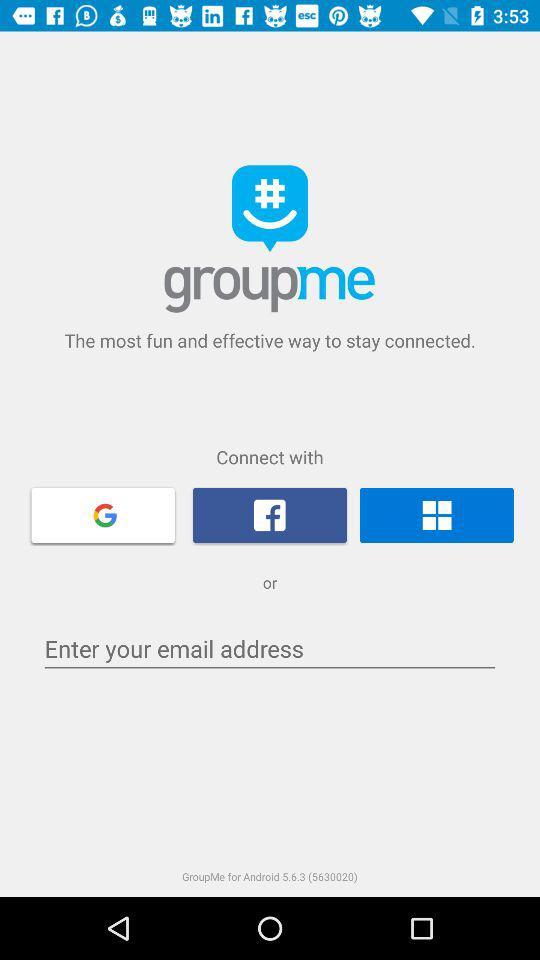  Describe the element at coordinates (270, 648) in the screenshot. I see `email text field` at that location.